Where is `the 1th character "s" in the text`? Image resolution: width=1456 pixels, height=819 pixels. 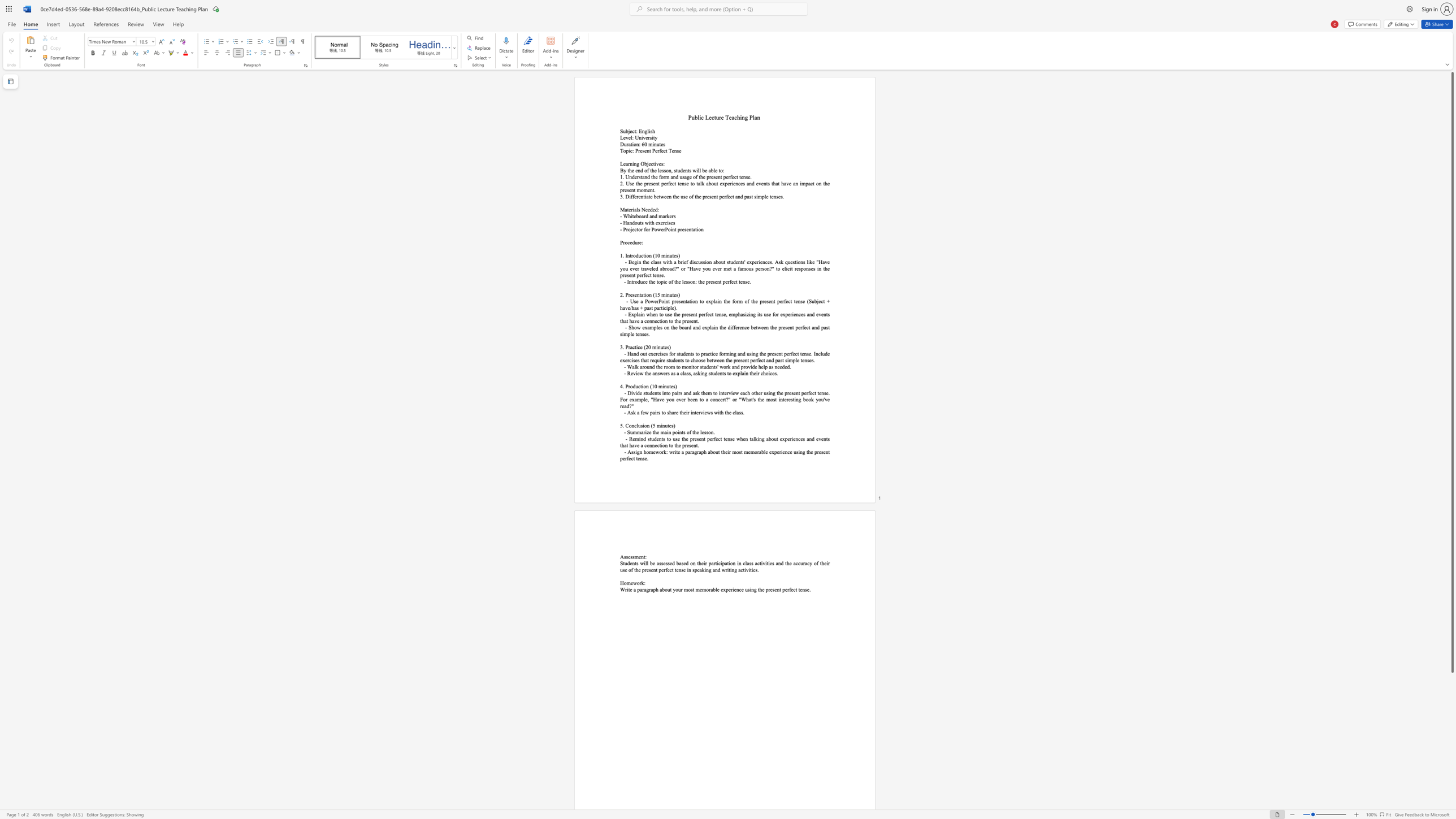
the 1th character "s" in the text is located at coordinates (638, 209).